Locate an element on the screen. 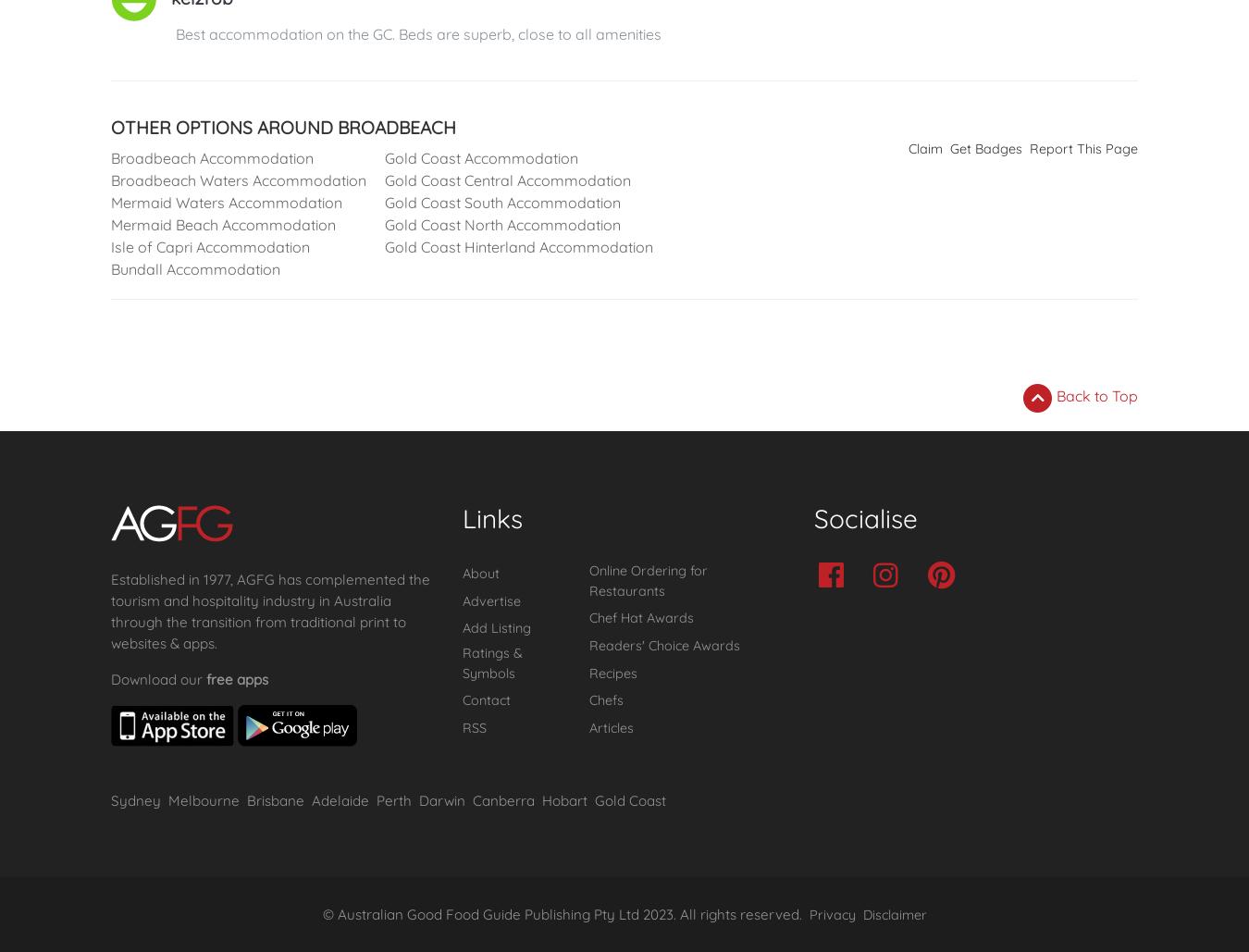 The image size is (1249, 952). 'Broadbeach Waters Accommodation' is located at coordinates (237, 179).